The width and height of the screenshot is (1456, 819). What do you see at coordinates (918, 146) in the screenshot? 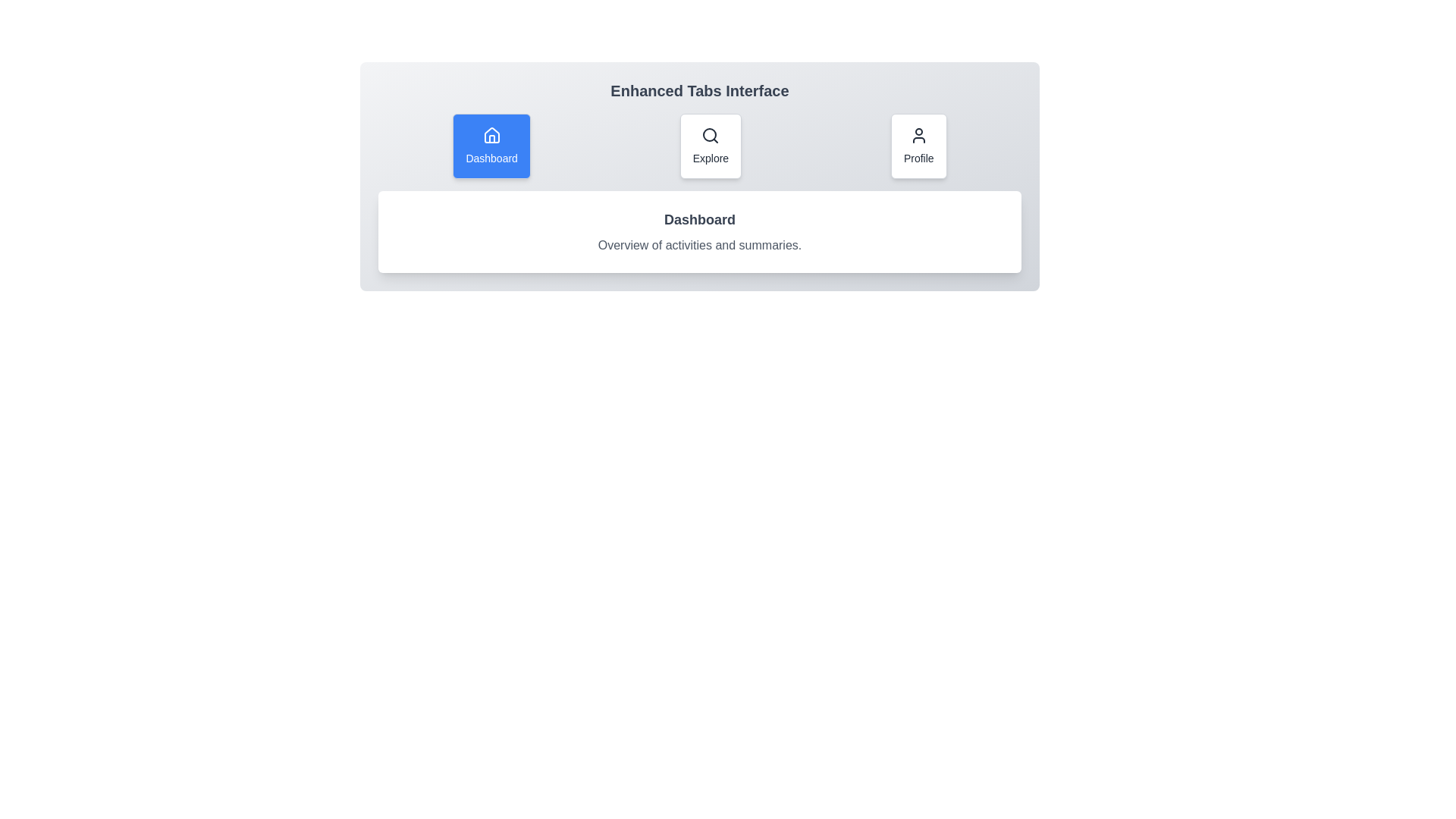
I see `the Profile tab by clicking the corresponding button` at bounding box center [918, 146].